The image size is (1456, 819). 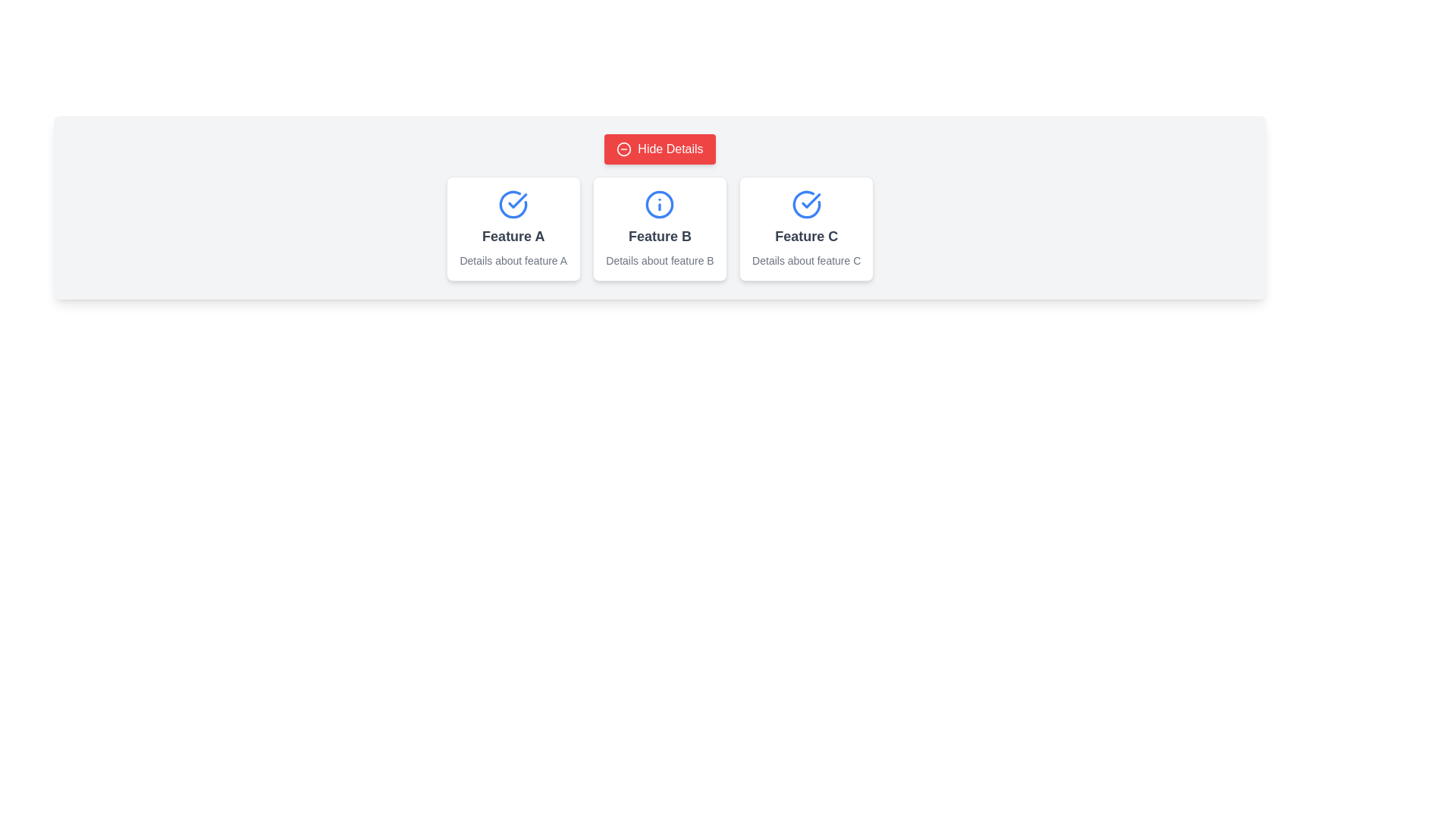 What do you see at coordinates (513, 237) in the screenshot?
I see `the text heading labeled 'Feature A' located in the middle of the first card from the left, above the descriptive text 'Details about feature A' and below a circular checkmark icon` at bounding box center [513, 237].